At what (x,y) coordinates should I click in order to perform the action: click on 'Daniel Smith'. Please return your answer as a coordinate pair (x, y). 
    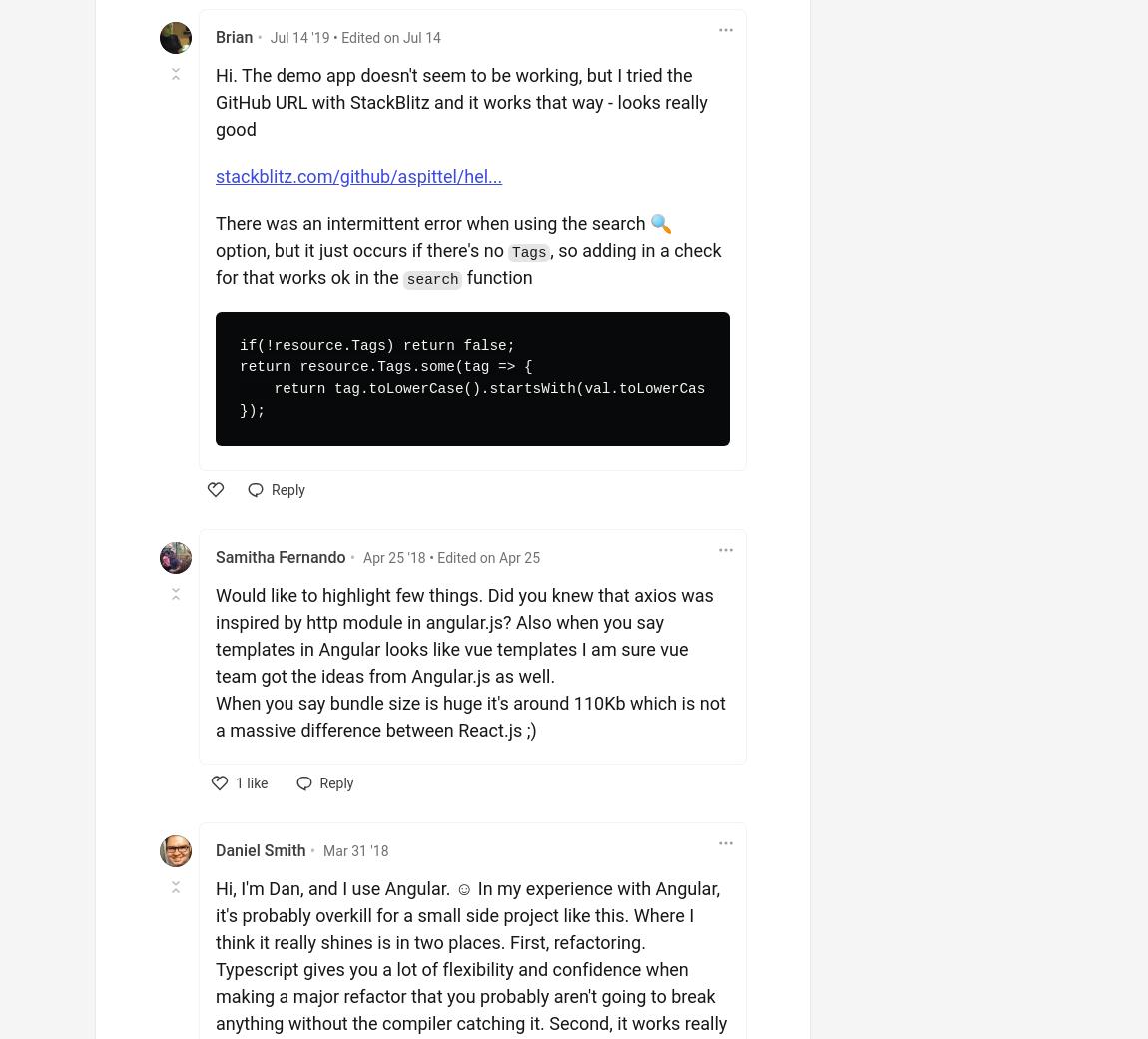
    Looking at the image, I should click on (214, 849).